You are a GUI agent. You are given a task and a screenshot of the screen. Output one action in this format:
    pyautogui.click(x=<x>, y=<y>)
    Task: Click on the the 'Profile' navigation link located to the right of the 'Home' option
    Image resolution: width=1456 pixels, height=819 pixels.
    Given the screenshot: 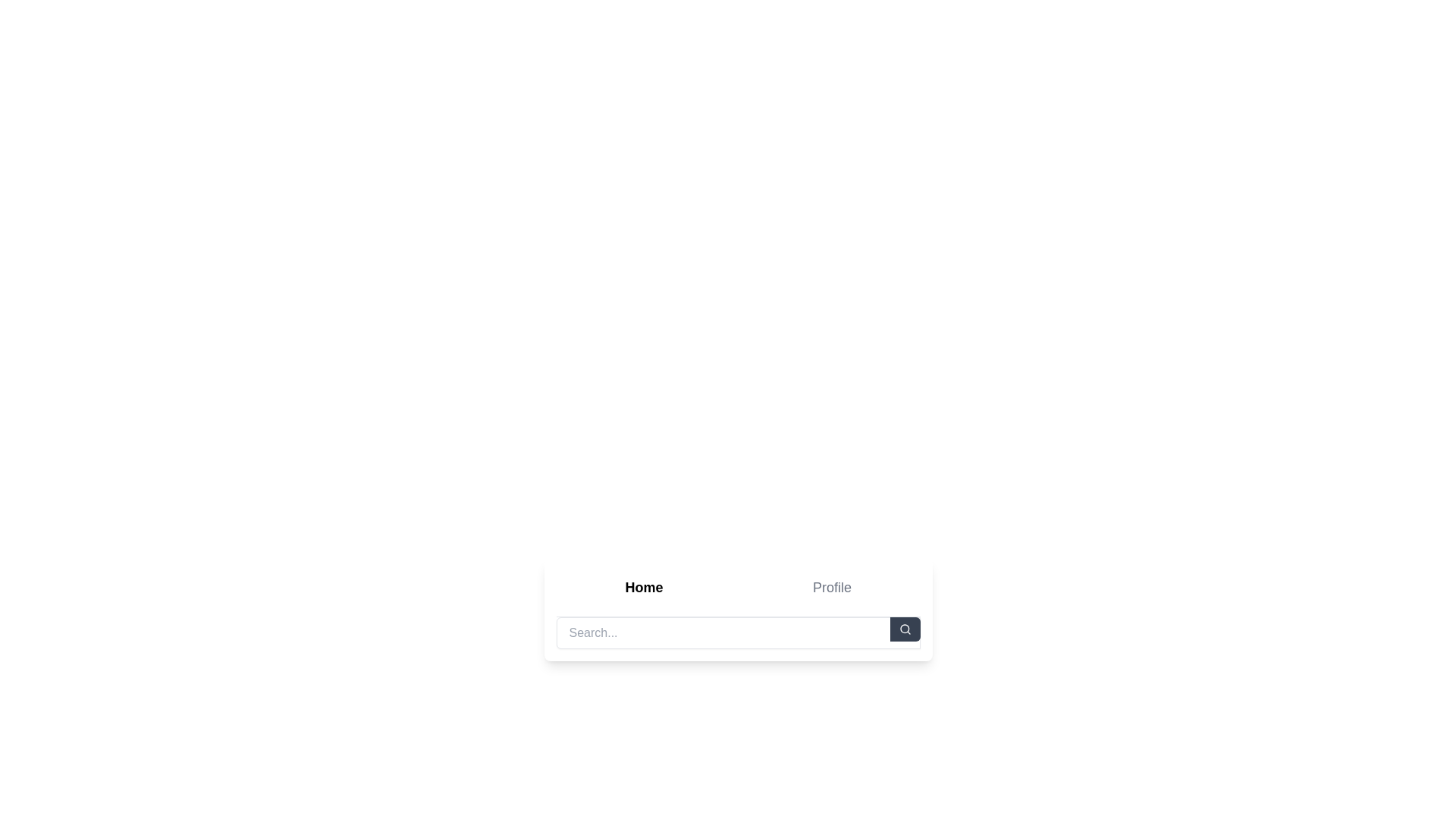 What is the action you would take?
    pyautogui.click(x=831, y=587)
    